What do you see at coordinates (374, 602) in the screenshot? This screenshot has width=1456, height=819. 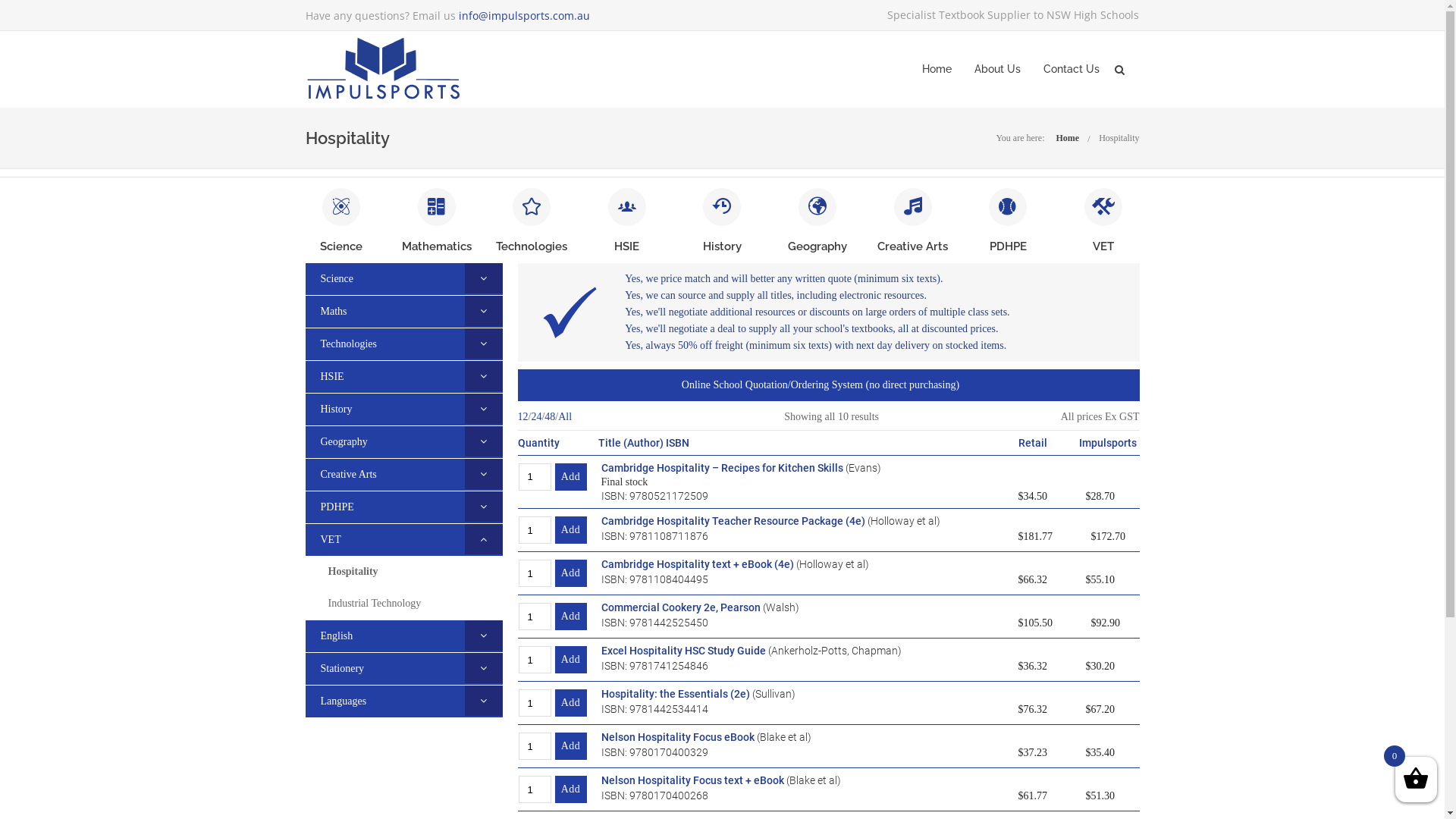 I see `'Industrial Technology'` at bounding box center [374, 602].